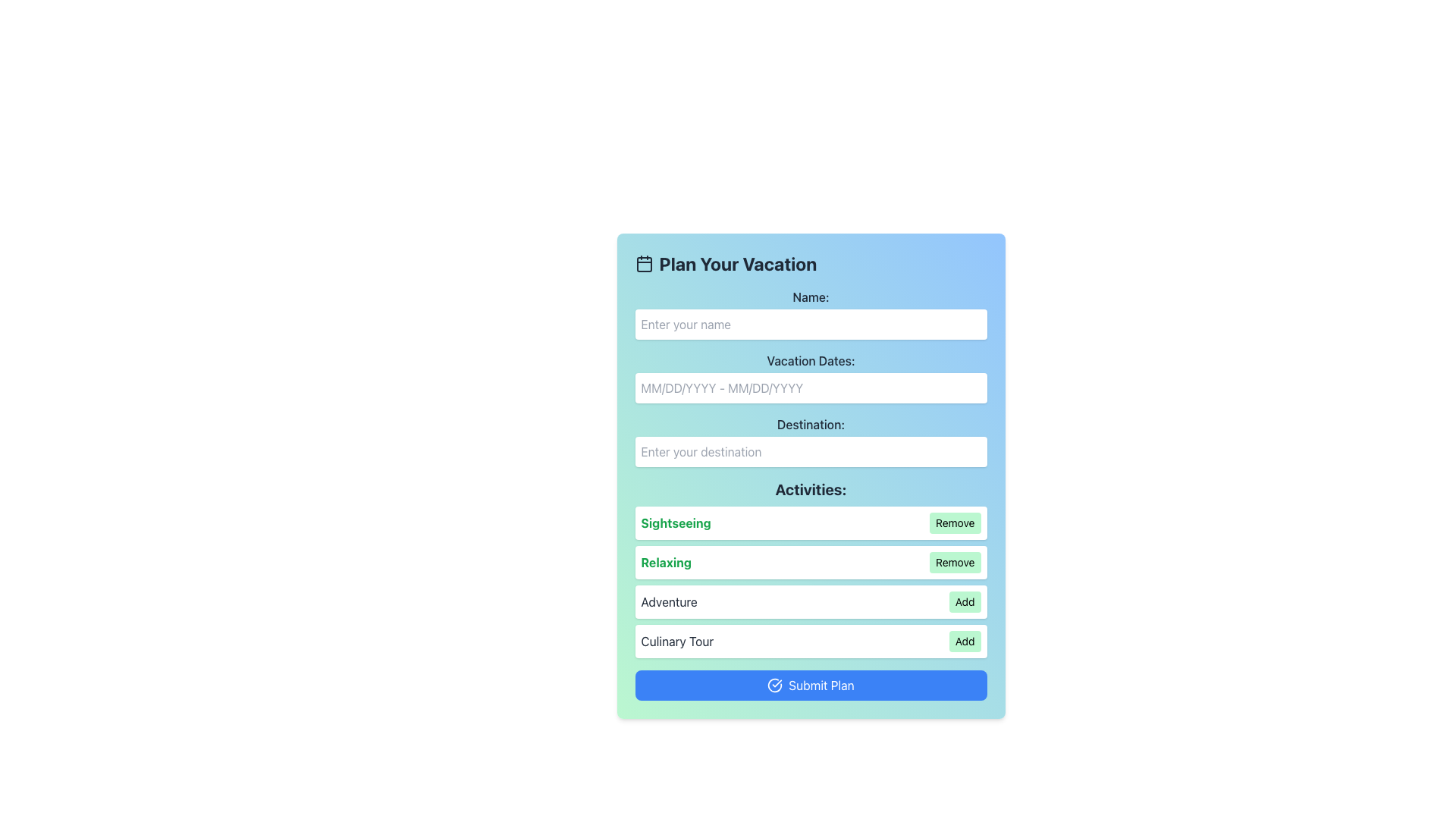 The width and height of the screenshot is (1456, 819). I want to click on the right portion of the approval icon within the 'Submit Plan' button at the bottom of the form, so click(775, 685).